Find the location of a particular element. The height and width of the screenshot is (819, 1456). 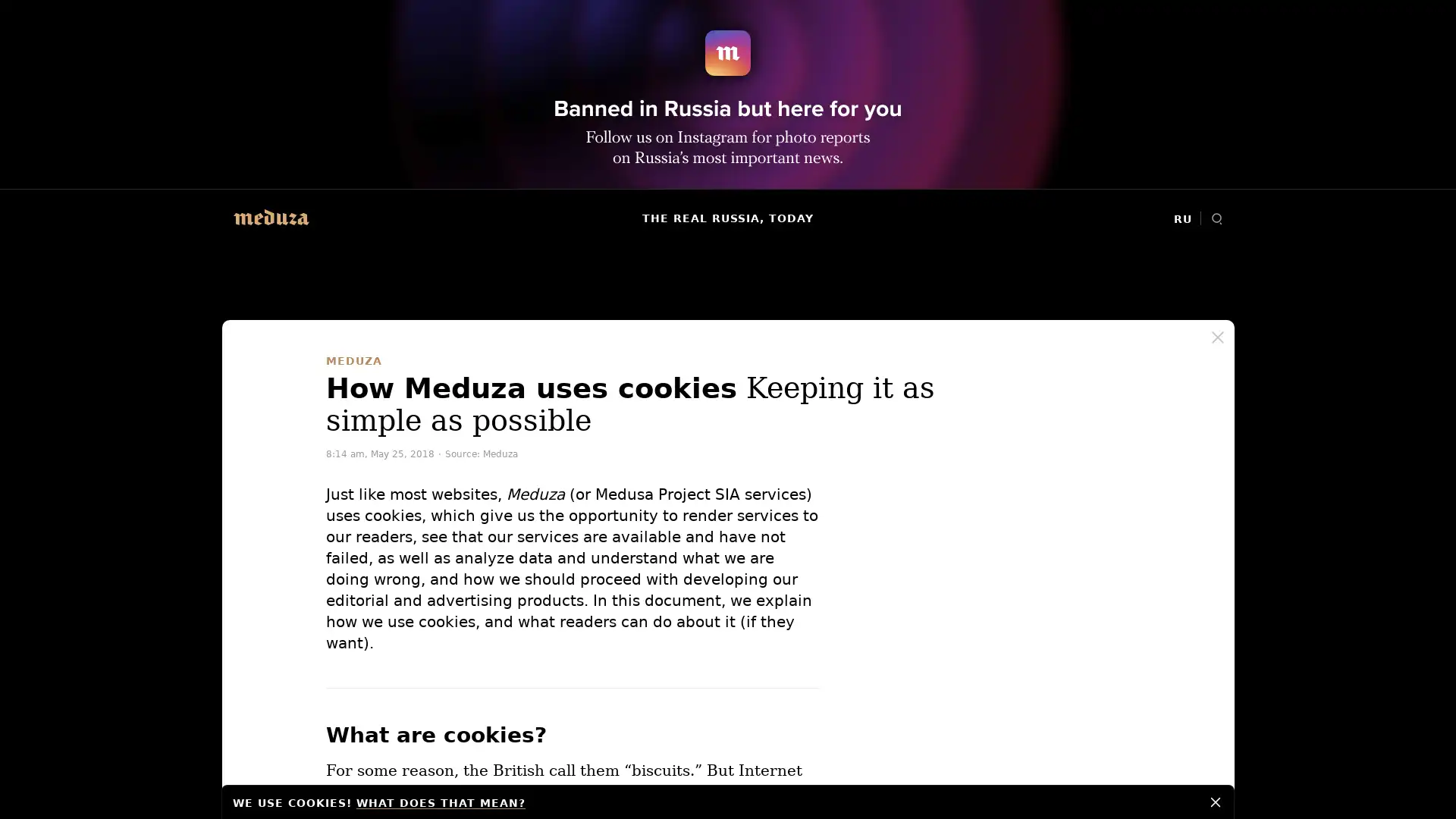

Close notification is located at coordinates (1216, 800).